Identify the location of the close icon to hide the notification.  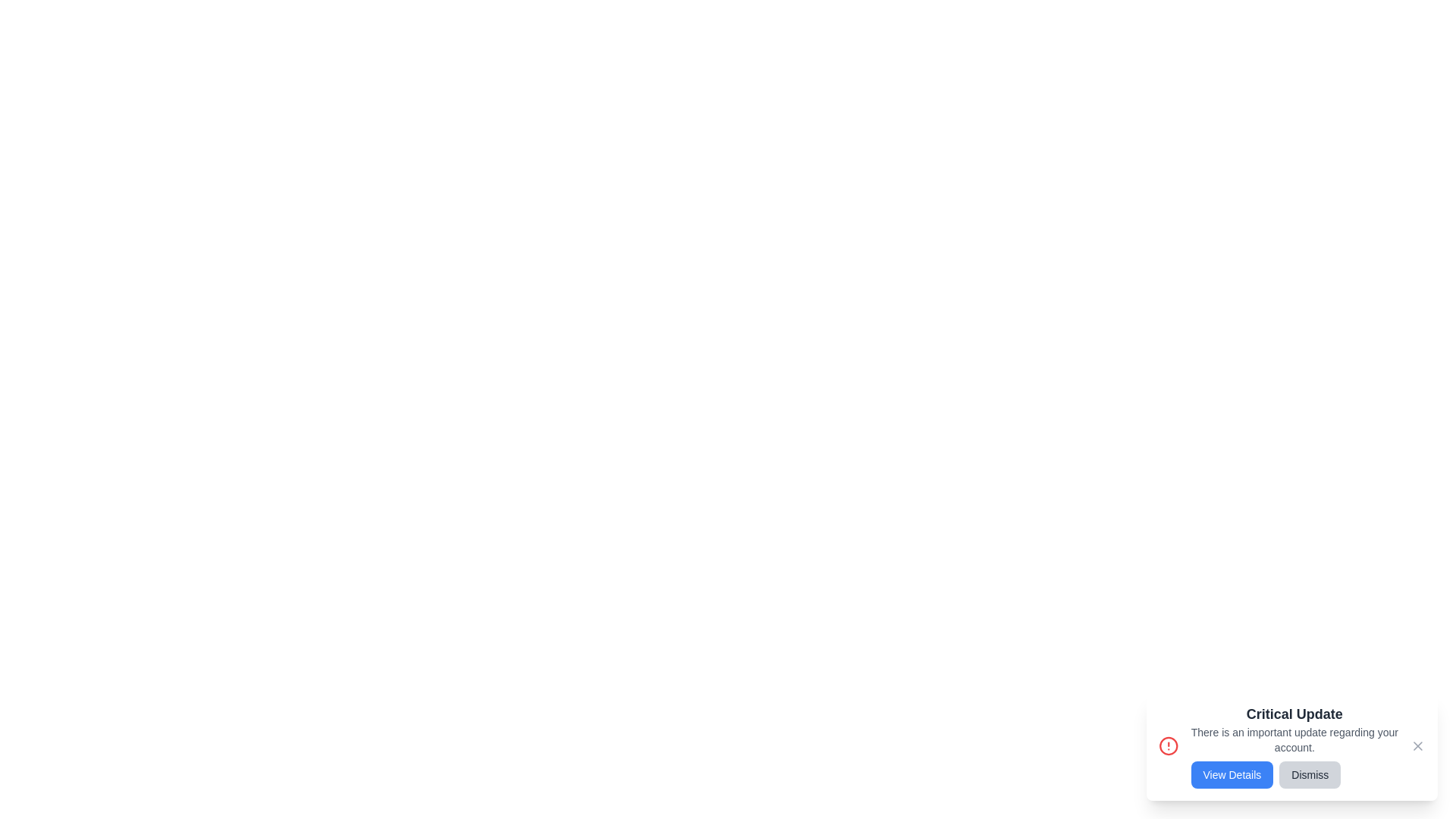
(1417, 745).